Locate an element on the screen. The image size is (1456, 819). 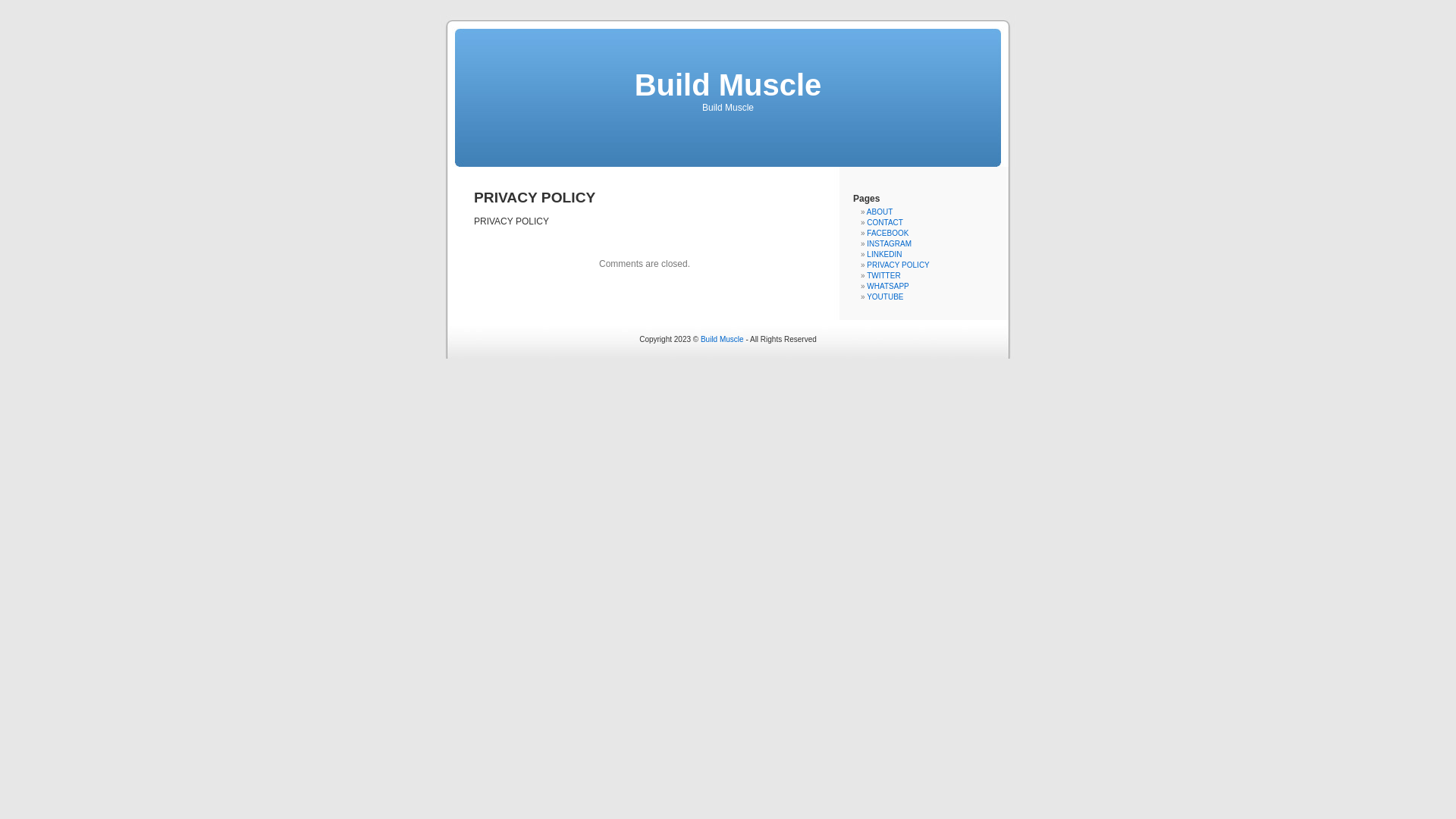
'PRIVACY POLICY' is located at coordinates (898, 264).